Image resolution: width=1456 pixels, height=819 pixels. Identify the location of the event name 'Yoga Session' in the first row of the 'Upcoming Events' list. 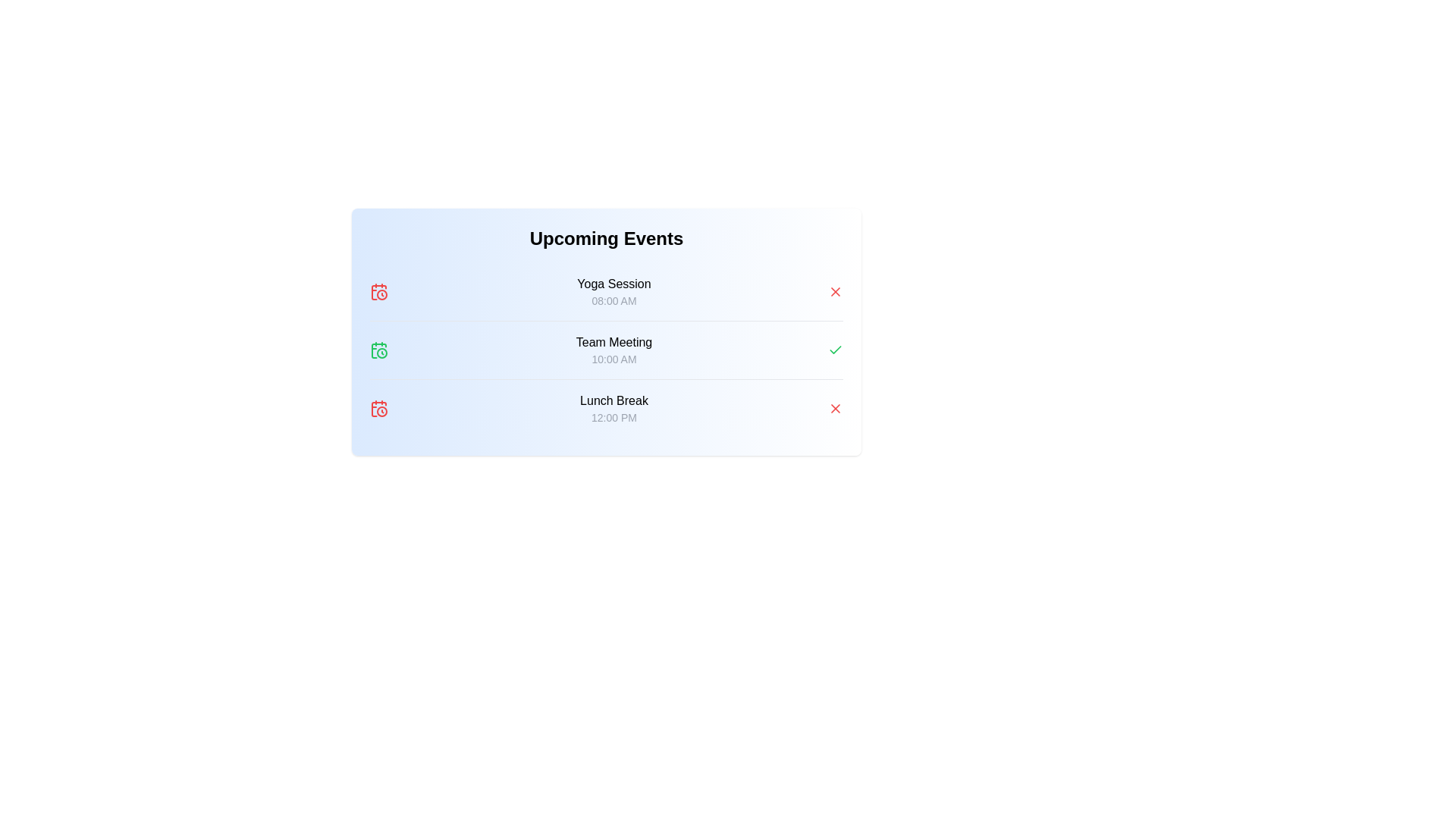
(607, 292).